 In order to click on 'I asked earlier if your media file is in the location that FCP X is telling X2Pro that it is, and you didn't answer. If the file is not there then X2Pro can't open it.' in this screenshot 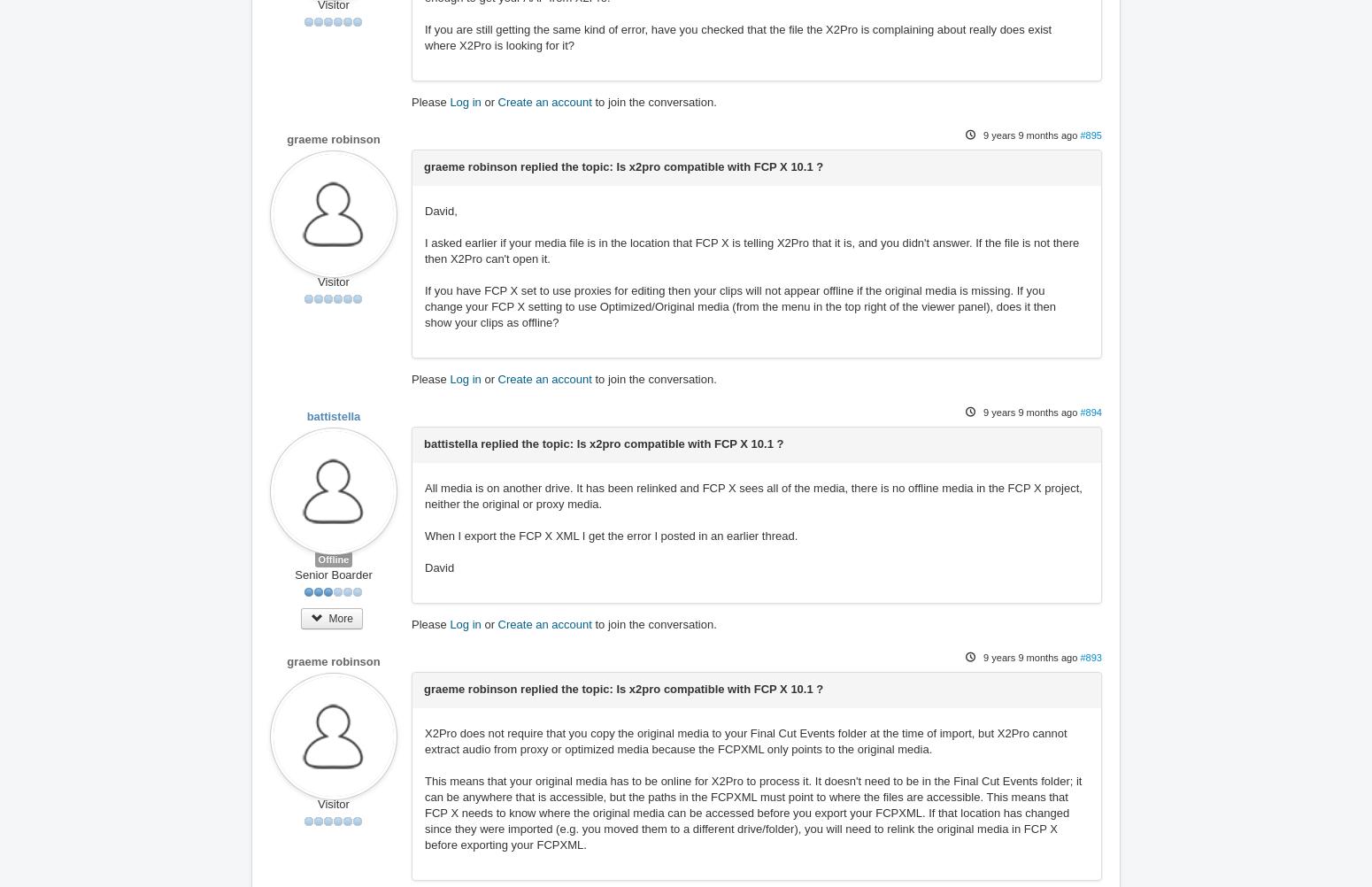, I will do `click(751, 250)`.